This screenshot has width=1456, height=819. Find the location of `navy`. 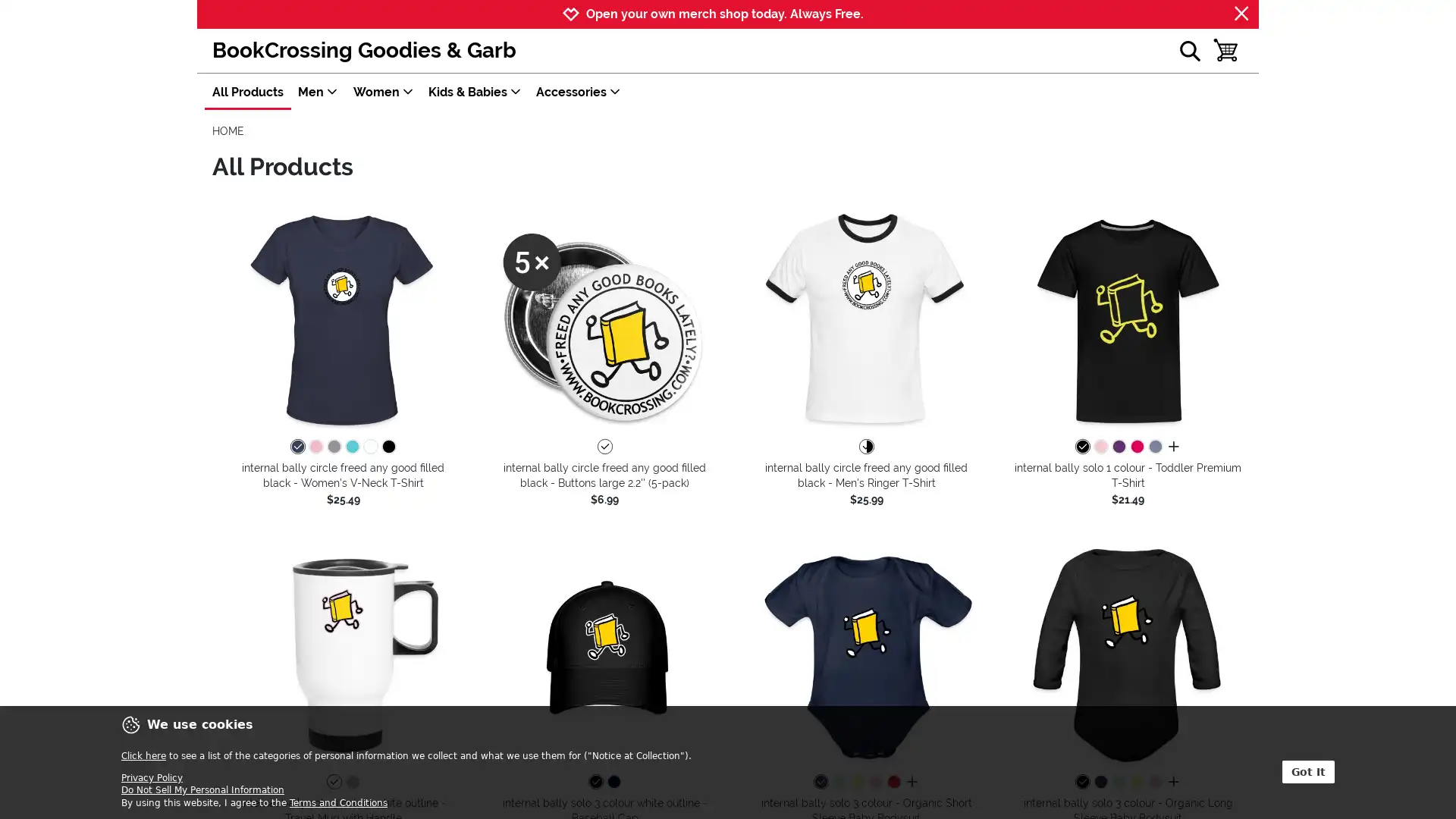

navy is located at coordinates (297, 447).